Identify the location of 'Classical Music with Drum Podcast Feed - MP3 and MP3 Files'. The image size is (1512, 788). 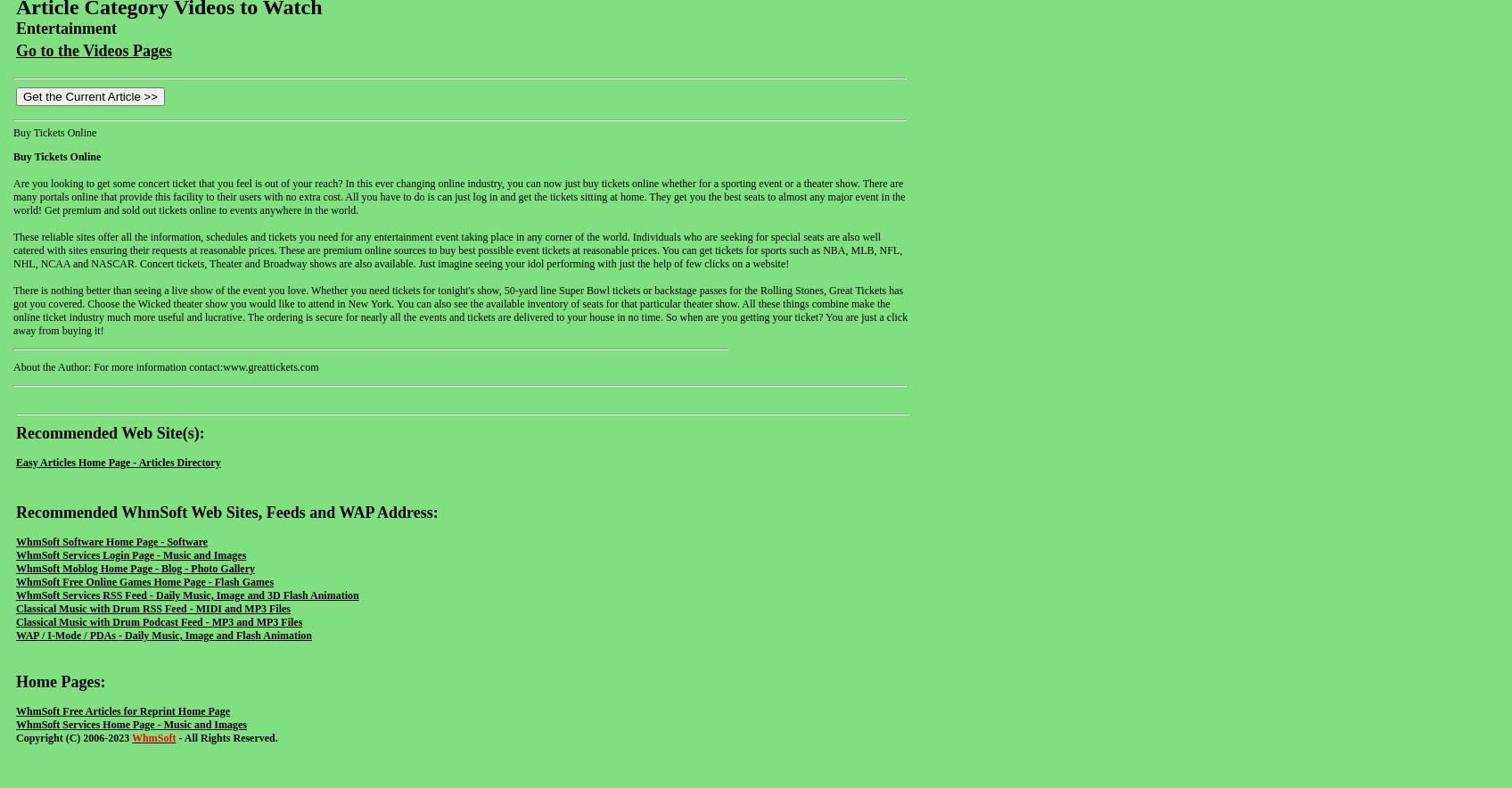
(15, 621).